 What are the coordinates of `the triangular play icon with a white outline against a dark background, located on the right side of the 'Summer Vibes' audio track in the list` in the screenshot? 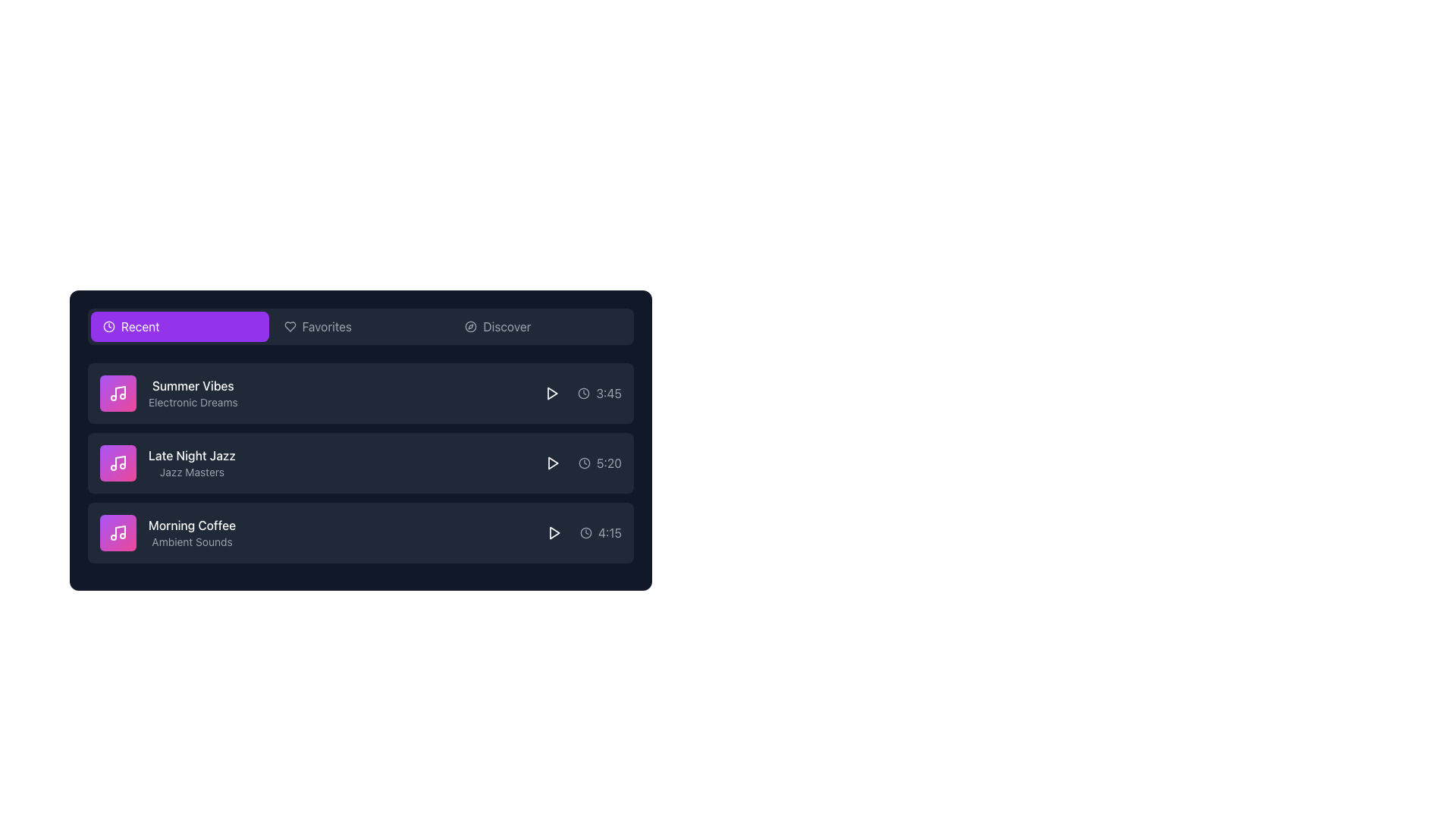 It's located at (551, 393).